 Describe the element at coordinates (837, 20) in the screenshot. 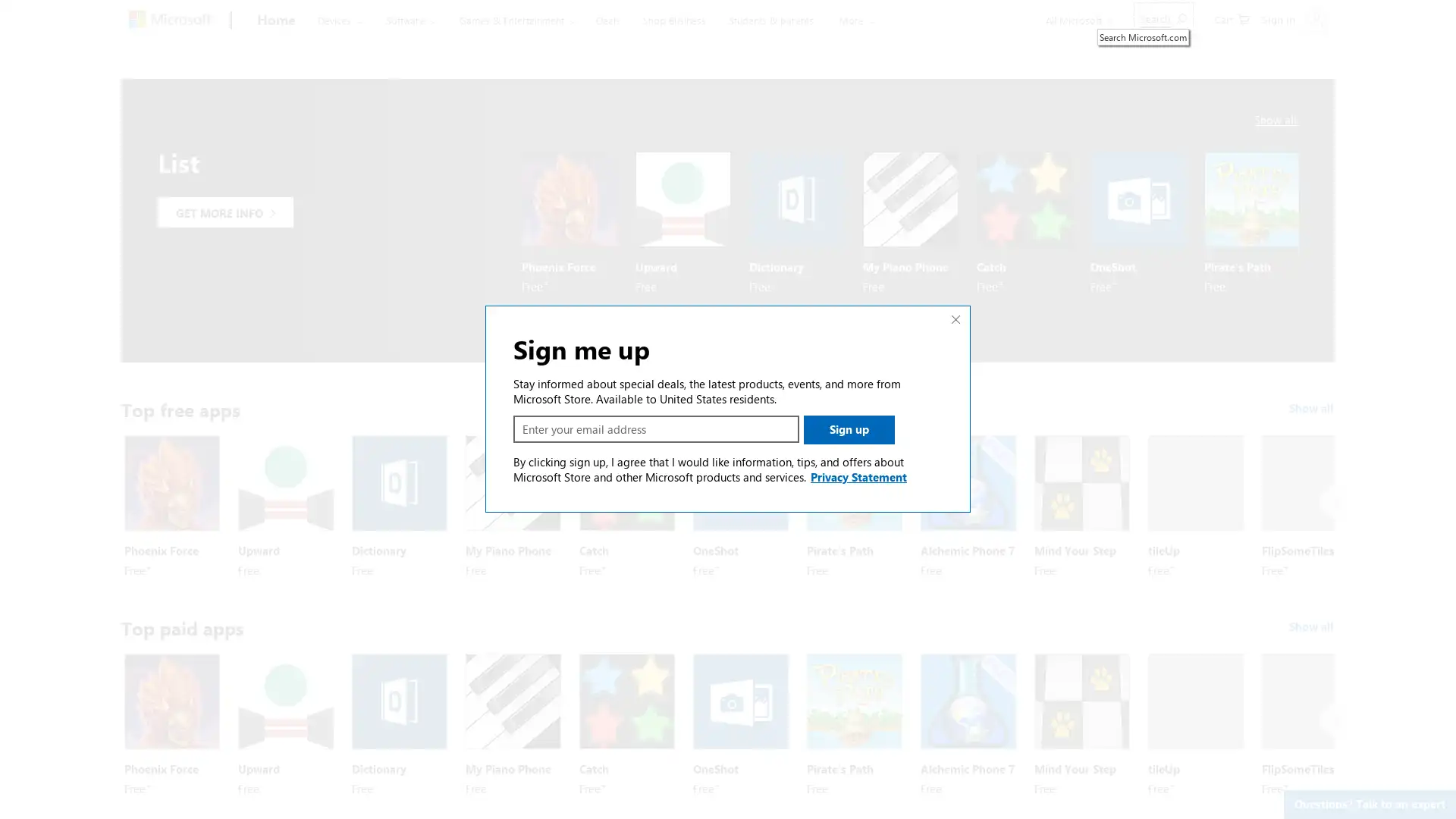

I see `More` at that location.